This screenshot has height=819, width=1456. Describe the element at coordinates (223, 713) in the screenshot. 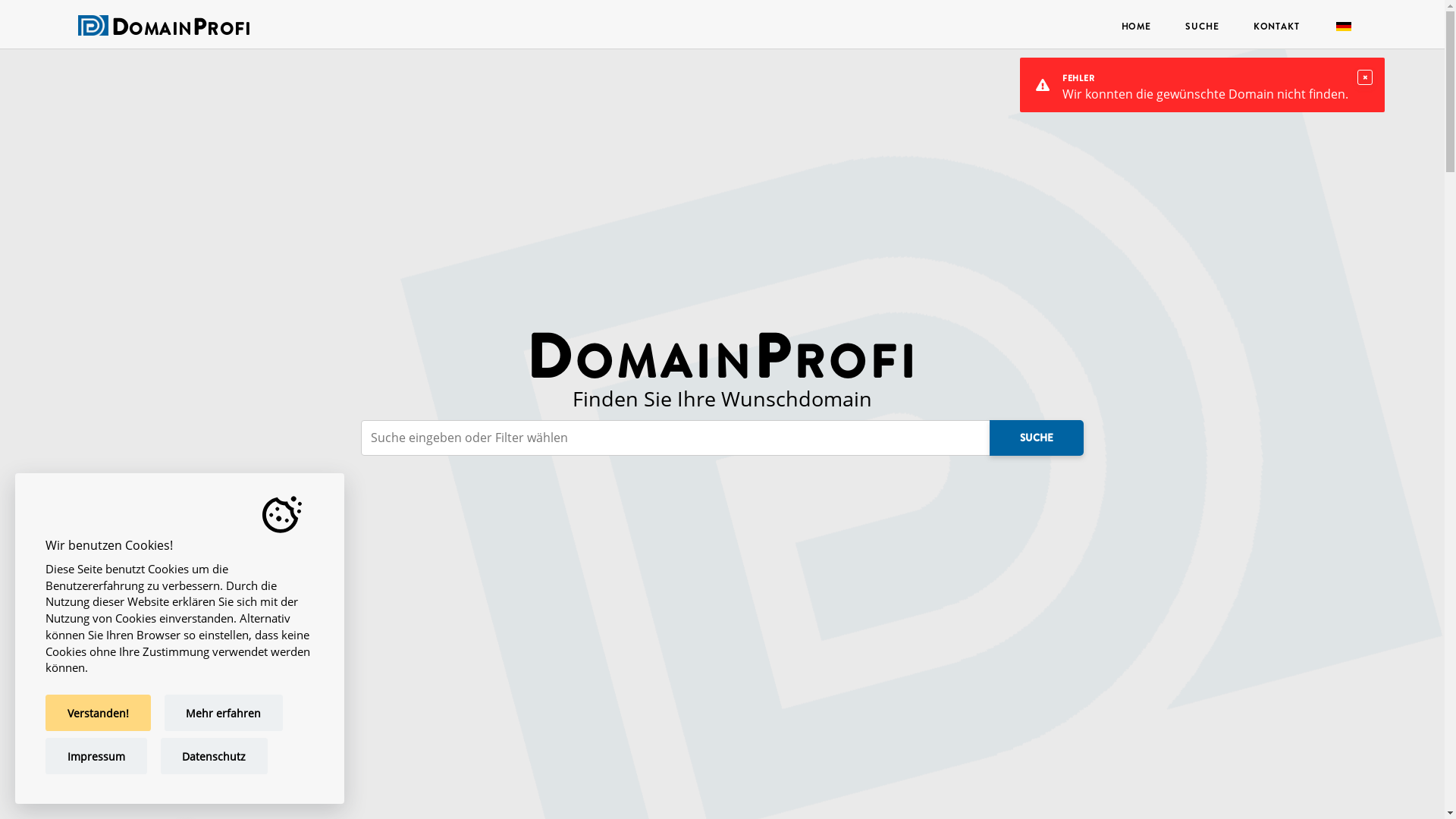

I see `'Mehr erfahren'` at that location.